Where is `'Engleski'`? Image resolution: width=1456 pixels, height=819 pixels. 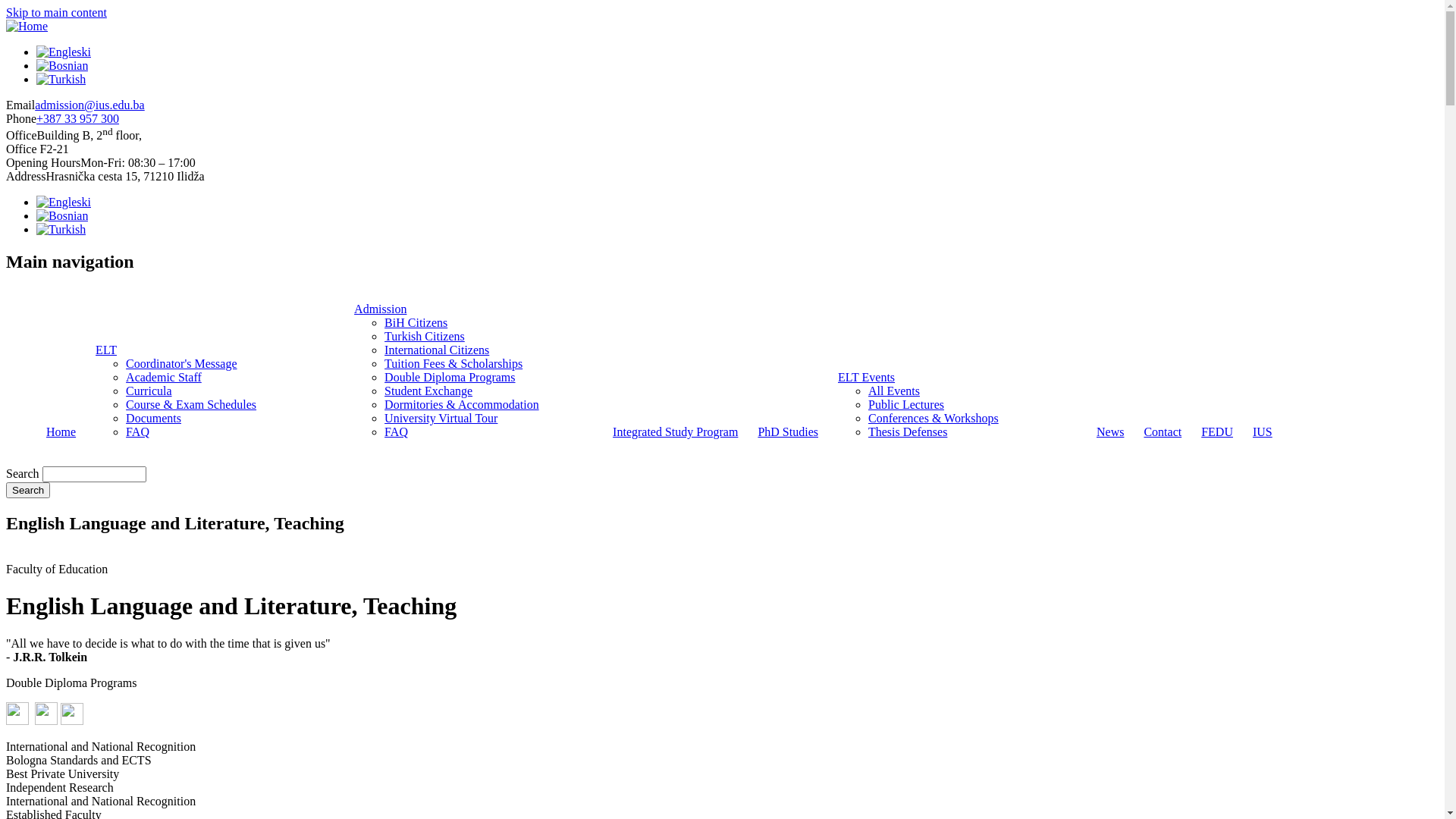 'Engleski' is located at coordinates (36, 201).